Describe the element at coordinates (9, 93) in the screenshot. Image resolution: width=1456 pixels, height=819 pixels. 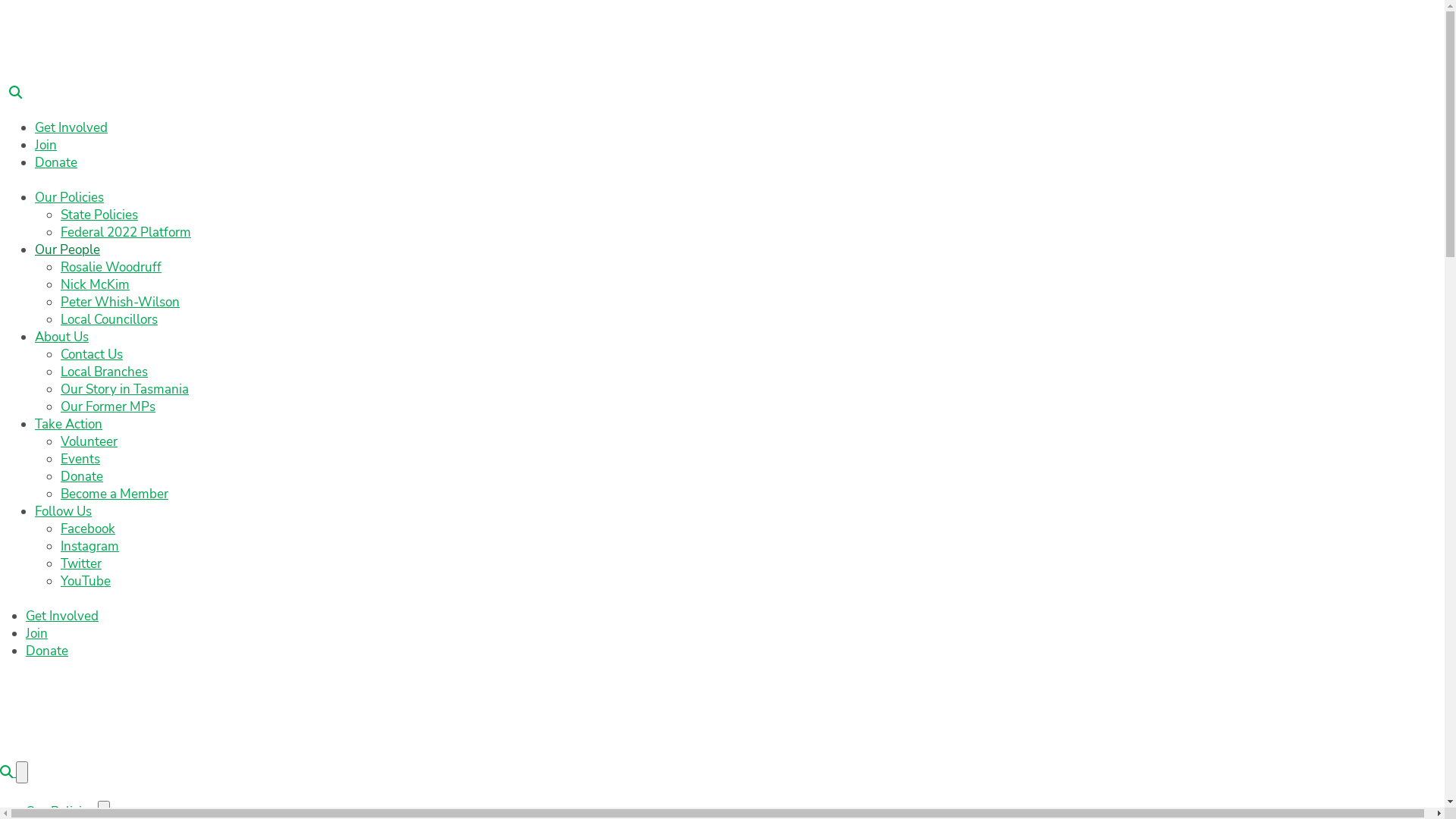
I see `'Search'` at that location.